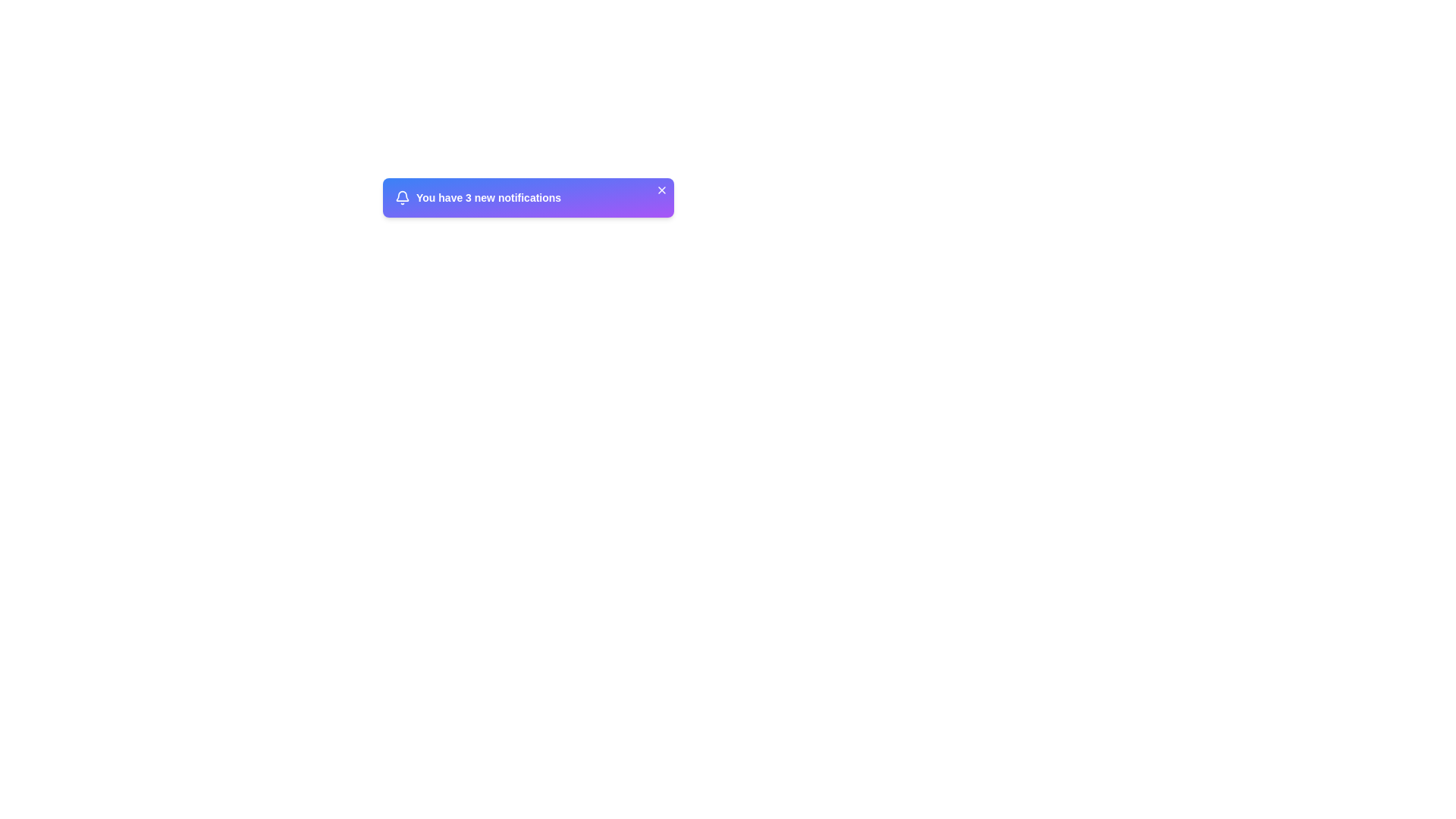  Describe the element at coordinates (488, 197) in the screenshot. I see `text label displaying 'You have 3 new notifications' which is bold and located within a gradient blue-purple notification box, positioned to the right of a bell icon` at that location.